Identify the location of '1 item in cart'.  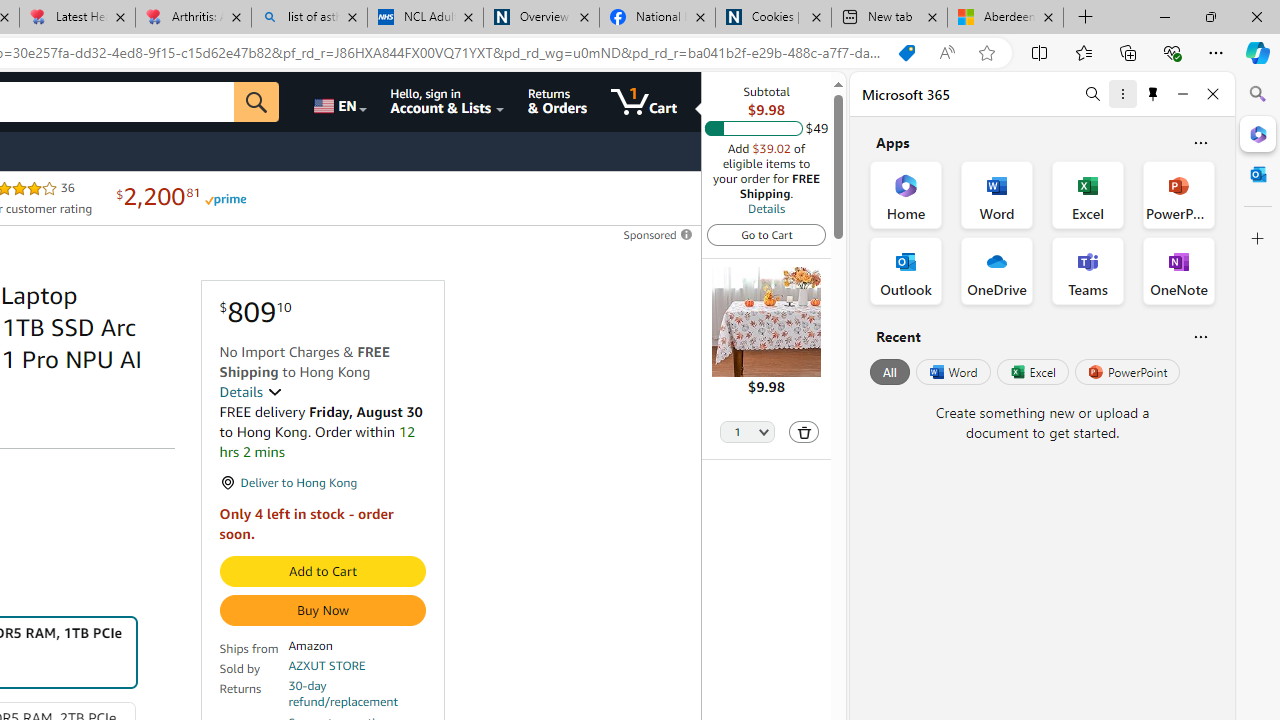
(643, 101).